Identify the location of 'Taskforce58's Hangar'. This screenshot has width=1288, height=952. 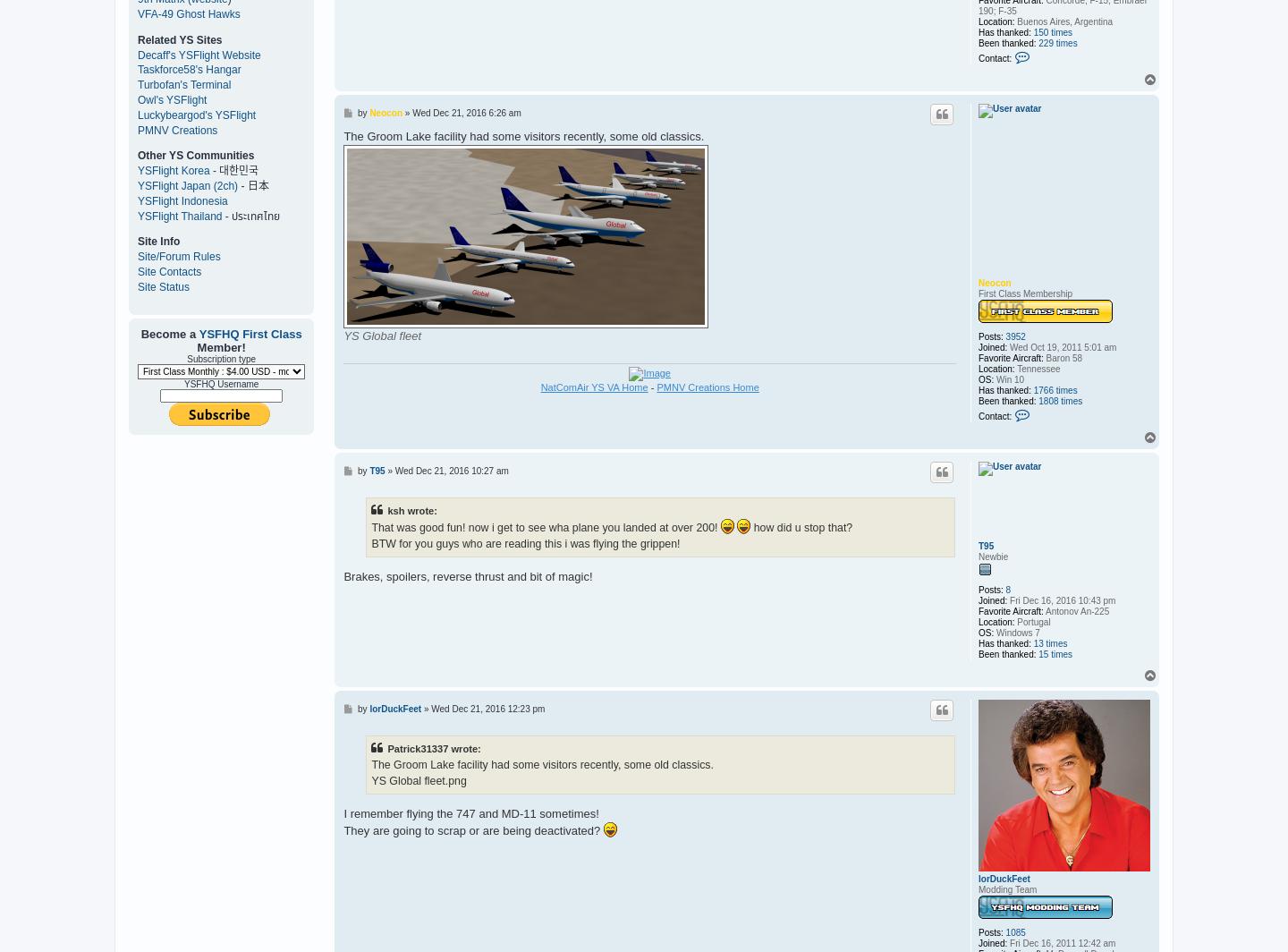
(189, 69).